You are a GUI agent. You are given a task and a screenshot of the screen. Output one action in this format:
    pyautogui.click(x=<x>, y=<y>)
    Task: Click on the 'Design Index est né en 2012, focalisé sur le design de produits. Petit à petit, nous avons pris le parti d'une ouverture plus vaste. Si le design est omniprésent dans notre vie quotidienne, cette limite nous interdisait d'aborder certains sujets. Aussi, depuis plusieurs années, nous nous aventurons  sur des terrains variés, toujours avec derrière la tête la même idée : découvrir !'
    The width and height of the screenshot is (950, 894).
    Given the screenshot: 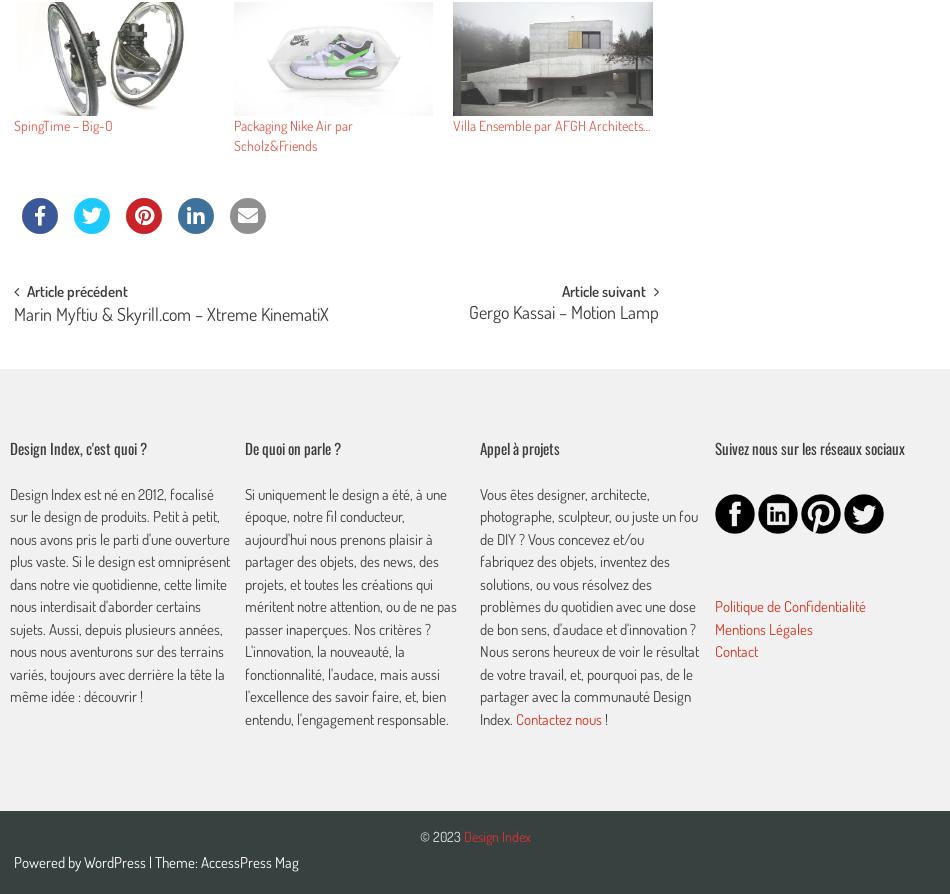 What is the action you would take?
    pyautogui.click(x=119, y=594)
    